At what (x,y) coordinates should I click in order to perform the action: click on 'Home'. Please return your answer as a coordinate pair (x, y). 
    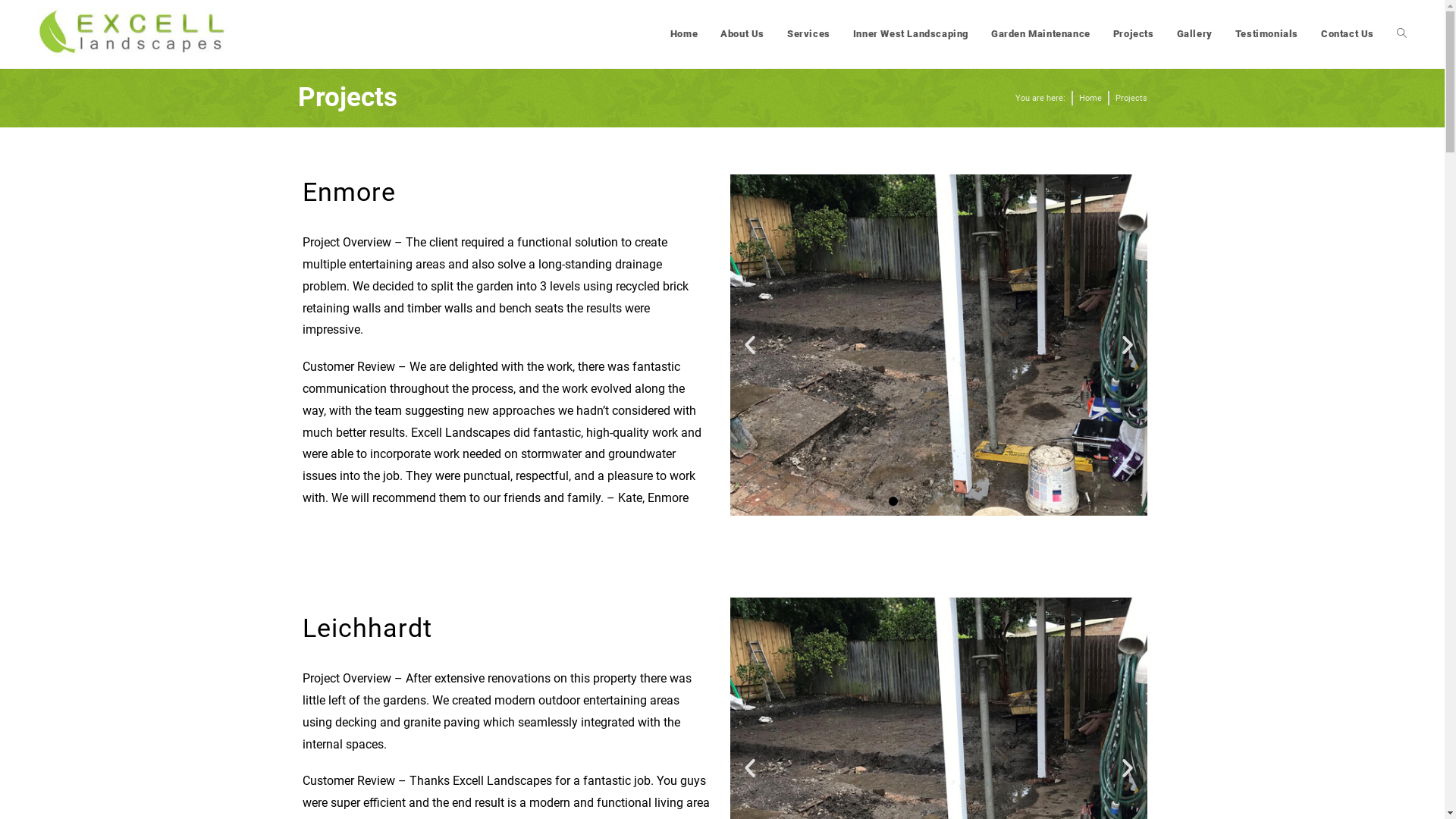
    Looking at the image, I should click on (1088, 99).